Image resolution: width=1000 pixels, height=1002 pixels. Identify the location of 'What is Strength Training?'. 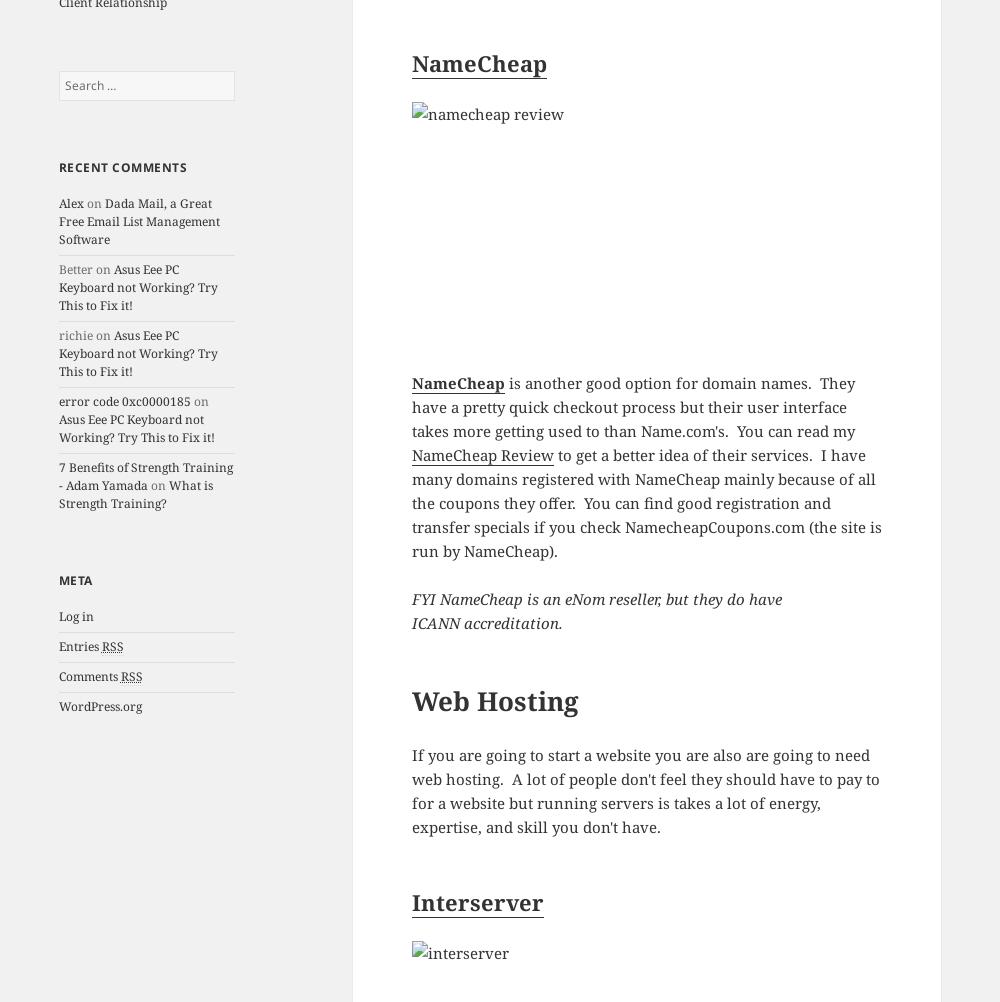
(135, 493).